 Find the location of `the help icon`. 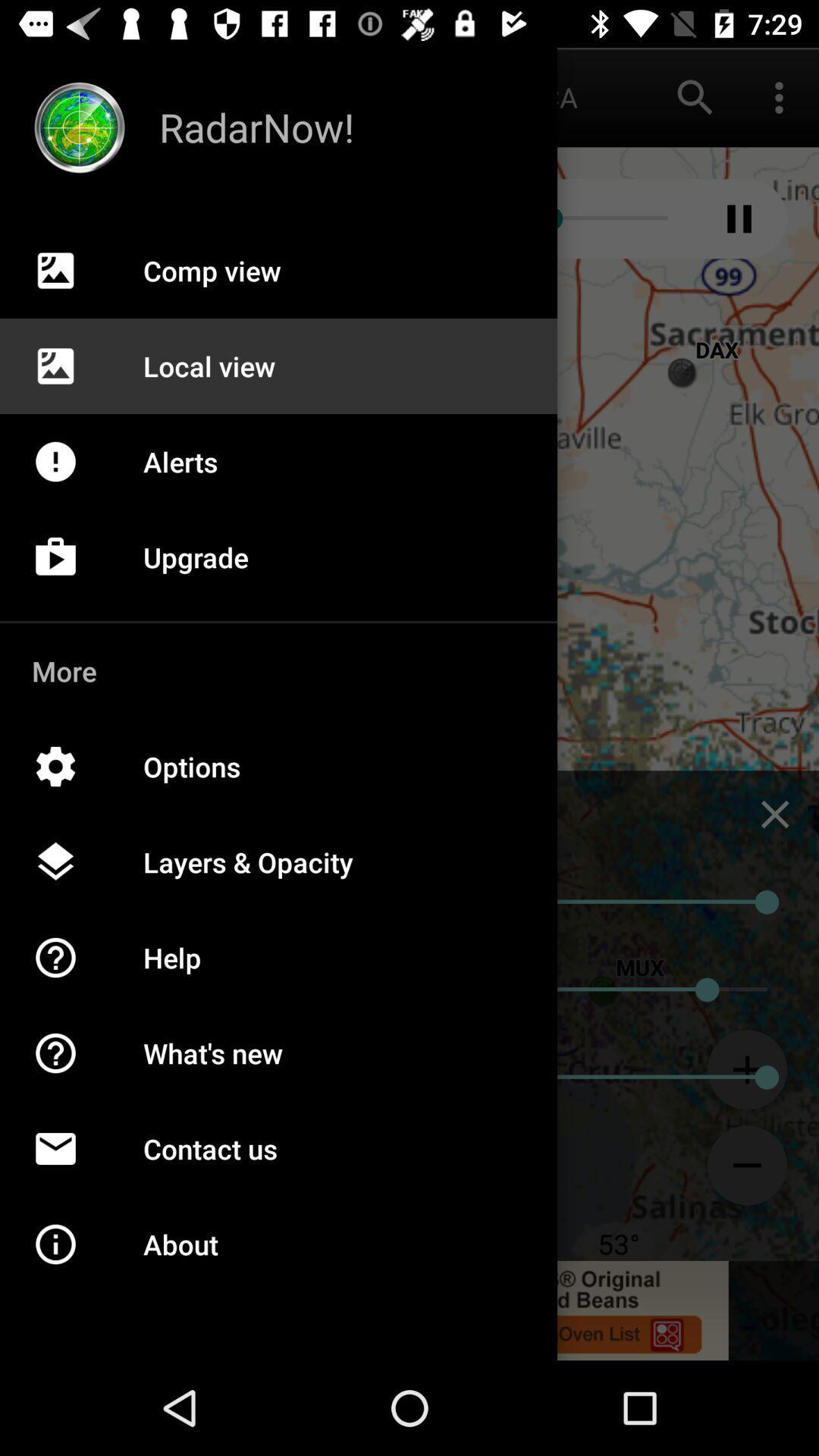

the help icon is located at coordinates (71, 974).